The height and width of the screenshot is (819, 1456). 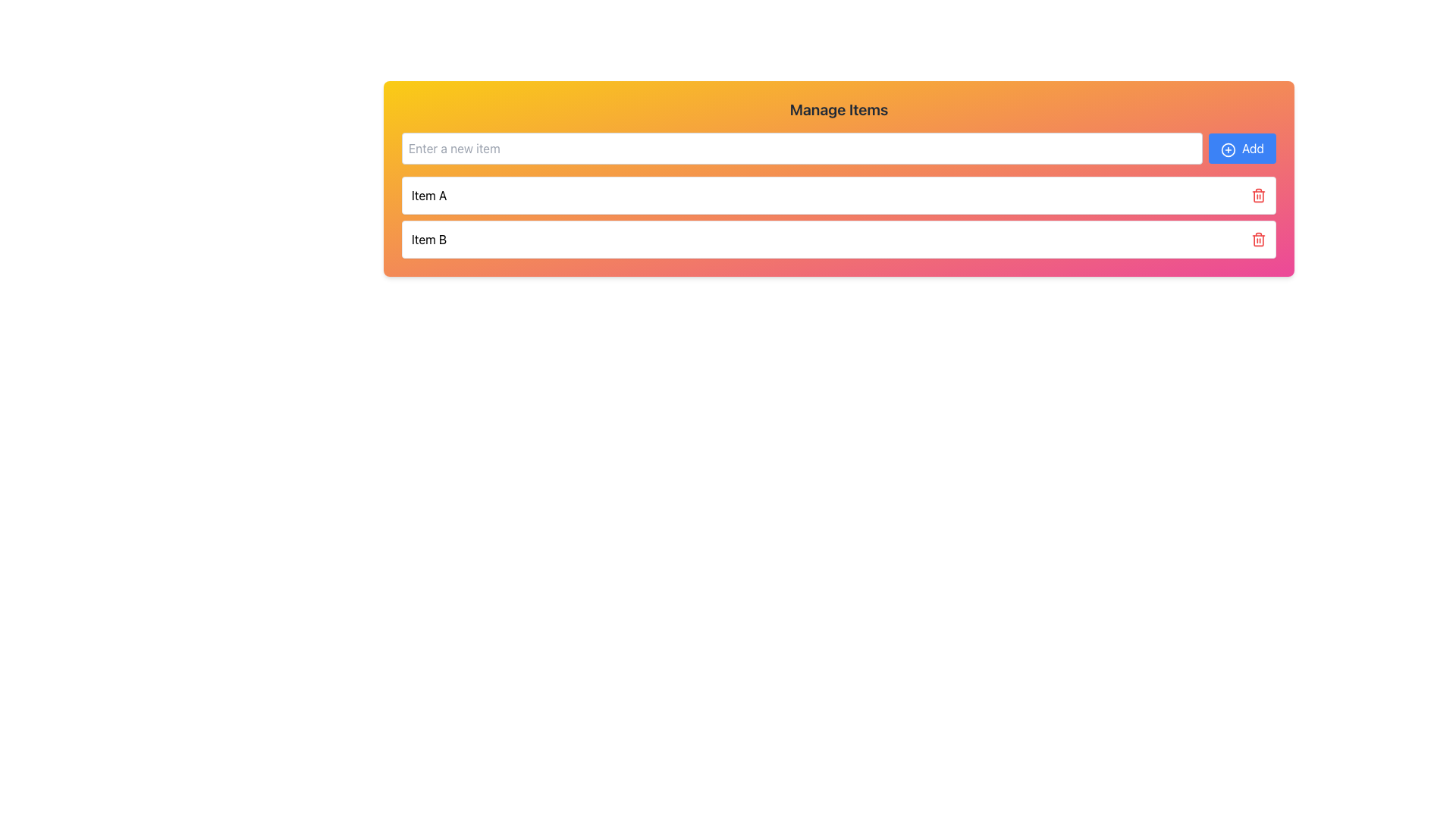 I want to click on the 'Add New Item' button located on the right side of the input field labeled 'Enter a new item', so click(x=1242, y=149).